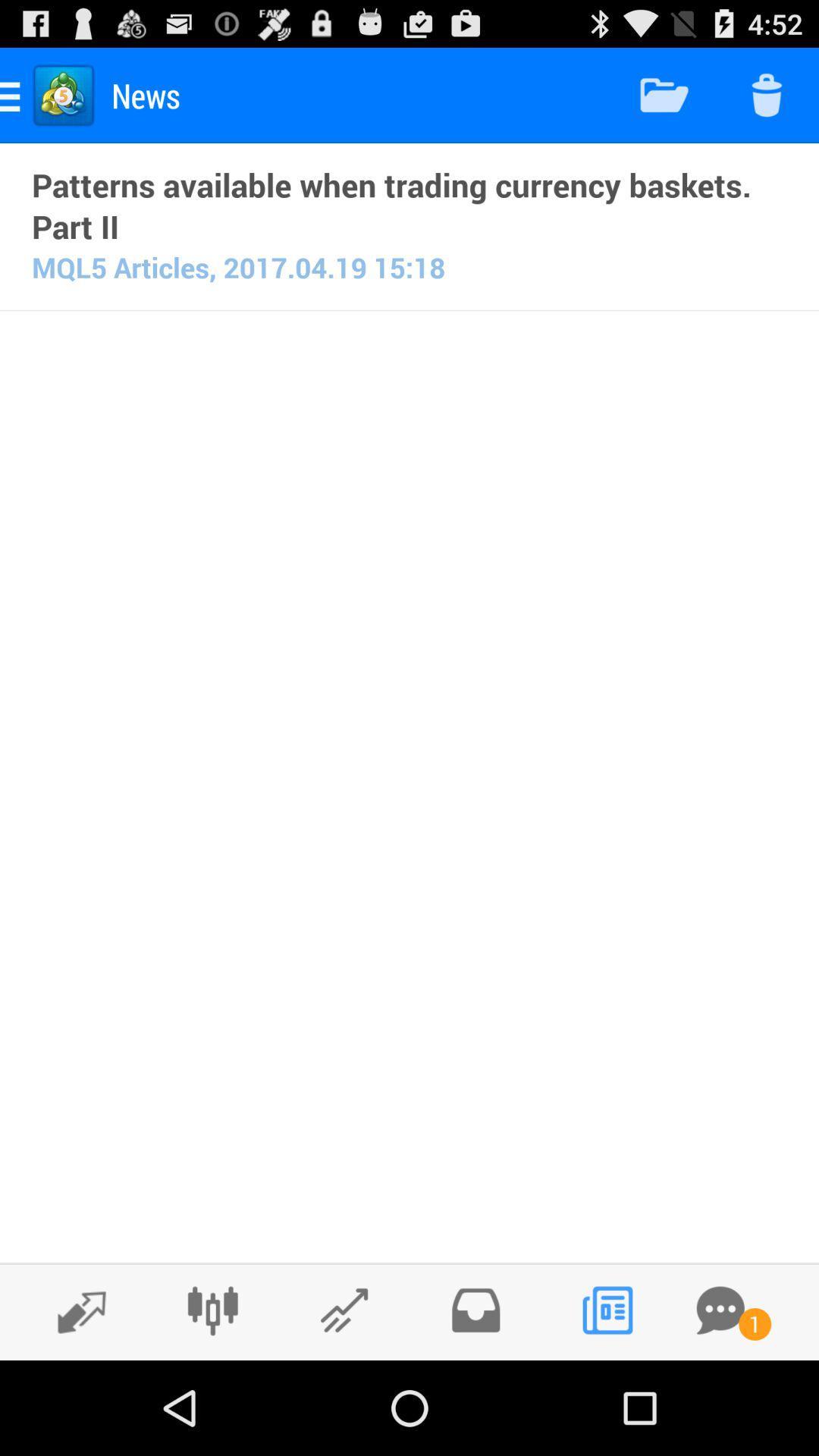 The image size is (819, 1456). Describe the element at coordinates (212, 1401) in the screenshot. I see `the sliders icon` at that location.